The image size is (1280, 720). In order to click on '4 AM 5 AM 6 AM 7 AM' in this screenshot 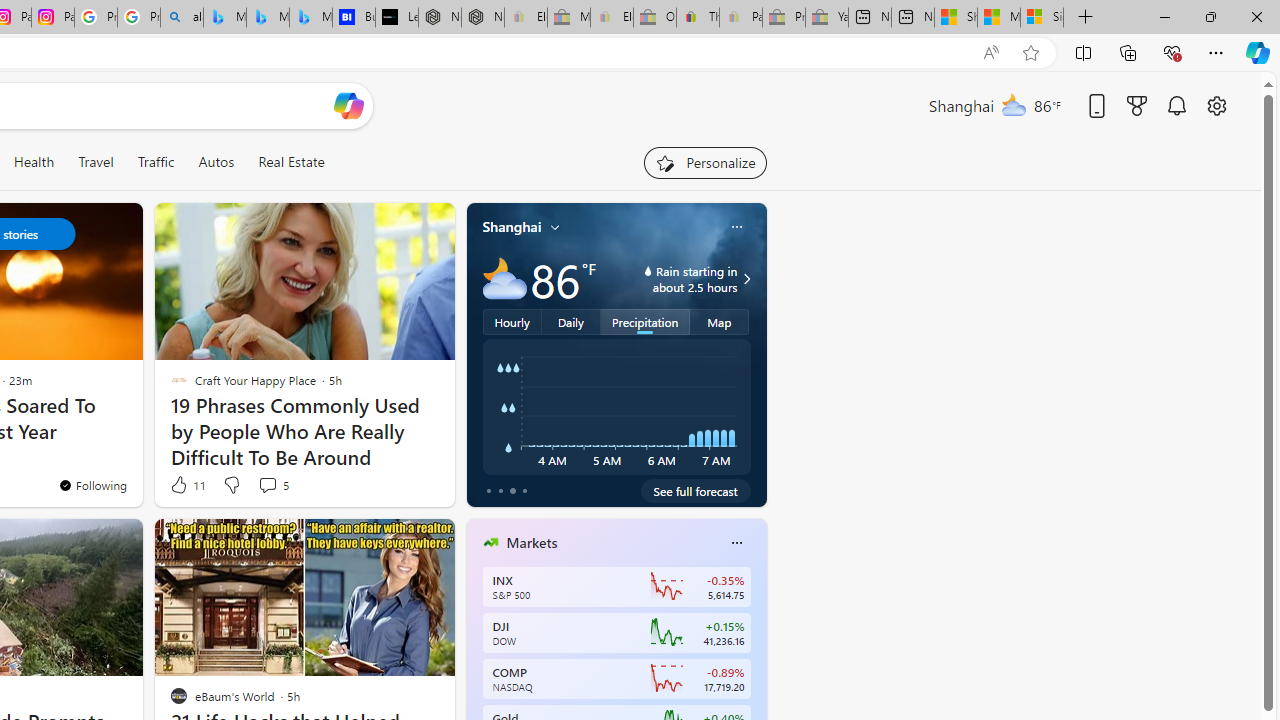, I will do `click(615, 406)`.